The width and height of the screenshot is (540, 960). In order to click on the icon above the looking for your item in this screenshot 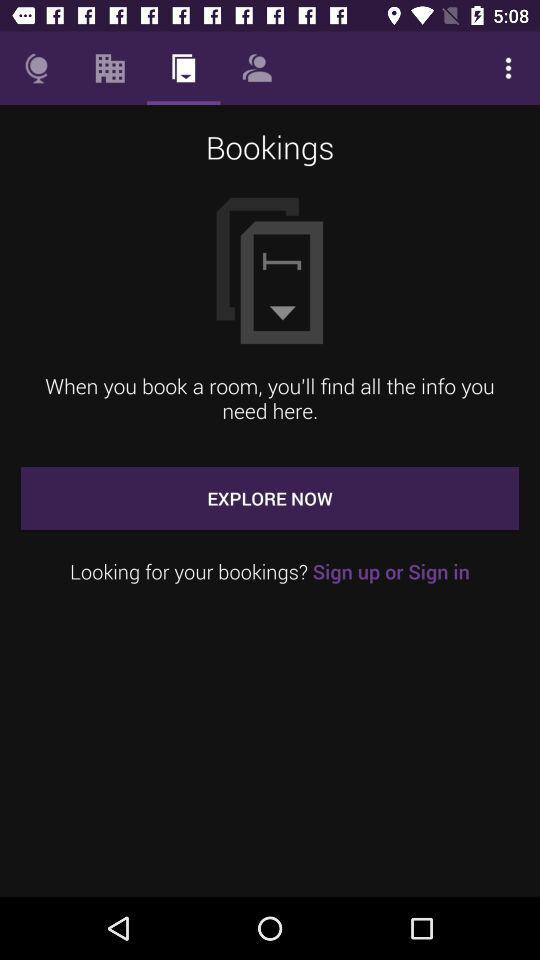, I will do `click(270, 497)`.